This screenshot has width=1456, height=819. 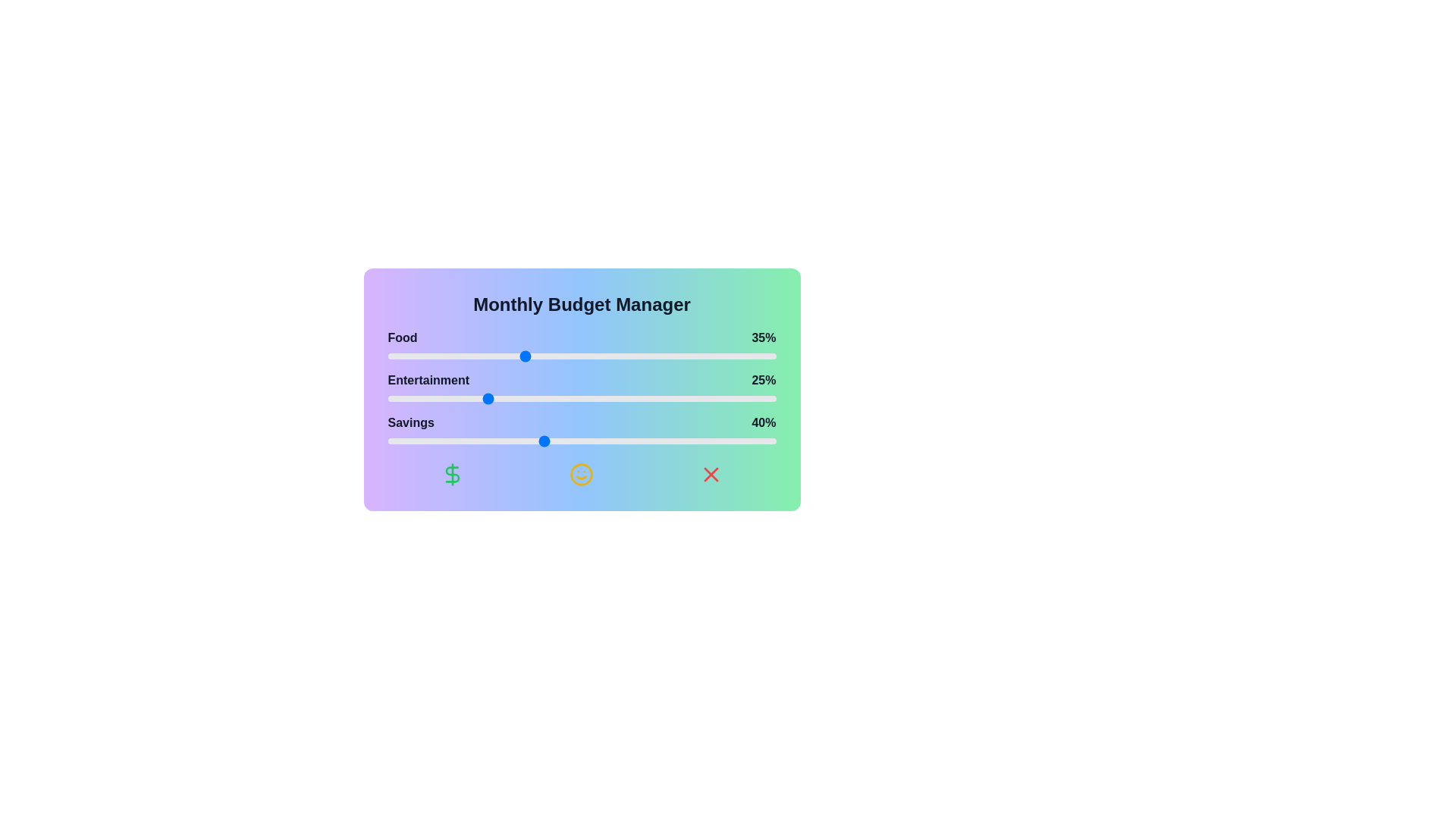 I want to click on the yellow smile icon to trigger the associated action, so click(x=581, y=473).